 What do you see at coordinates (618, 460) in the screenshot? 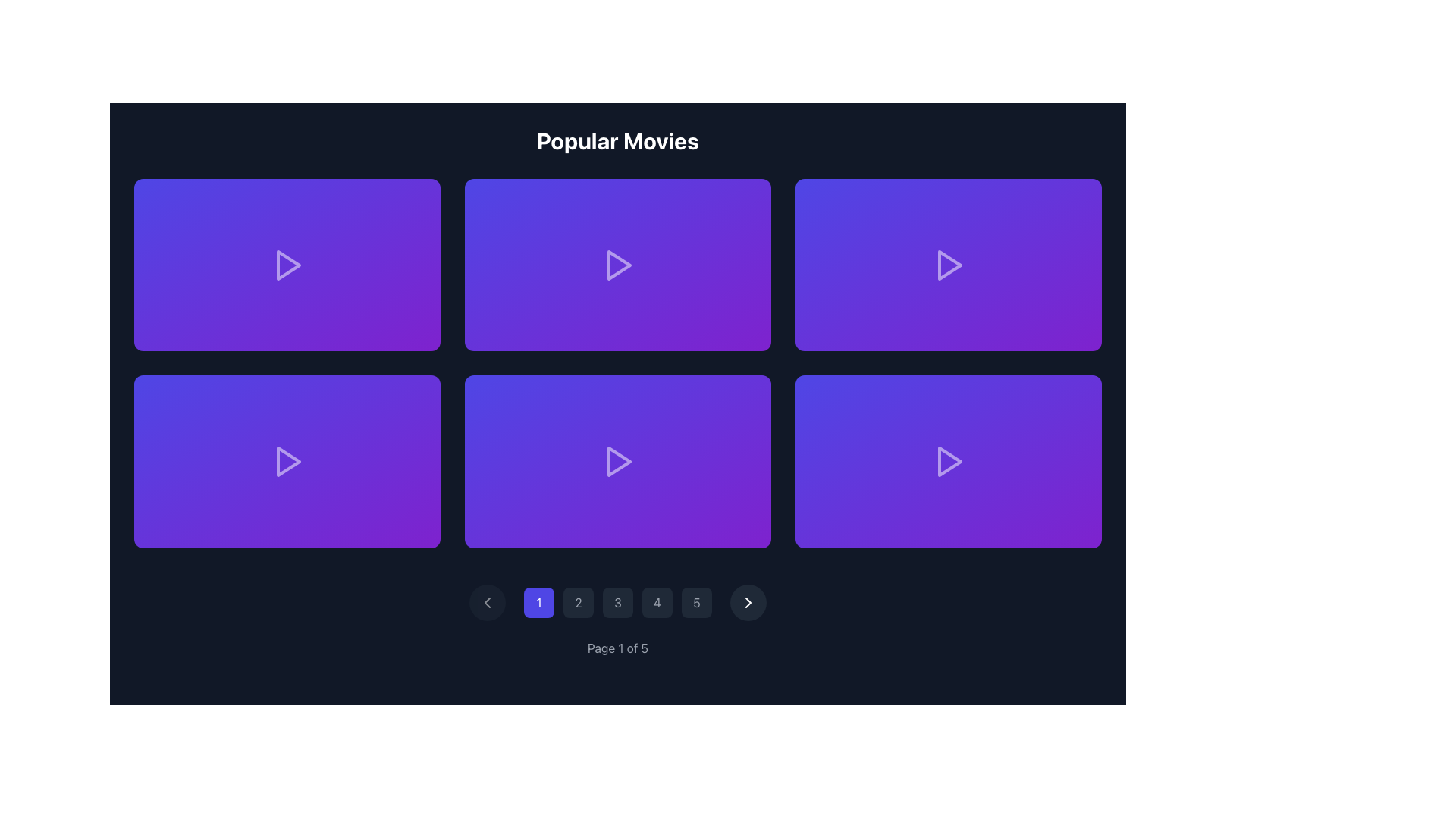
I see `the clickable media card with a rounded rectangular shape featuring a gradient background from indigo to purple and a white triangular play button icon at its center, located in the second row and second column of the grid` at bounding box center [618, 460].